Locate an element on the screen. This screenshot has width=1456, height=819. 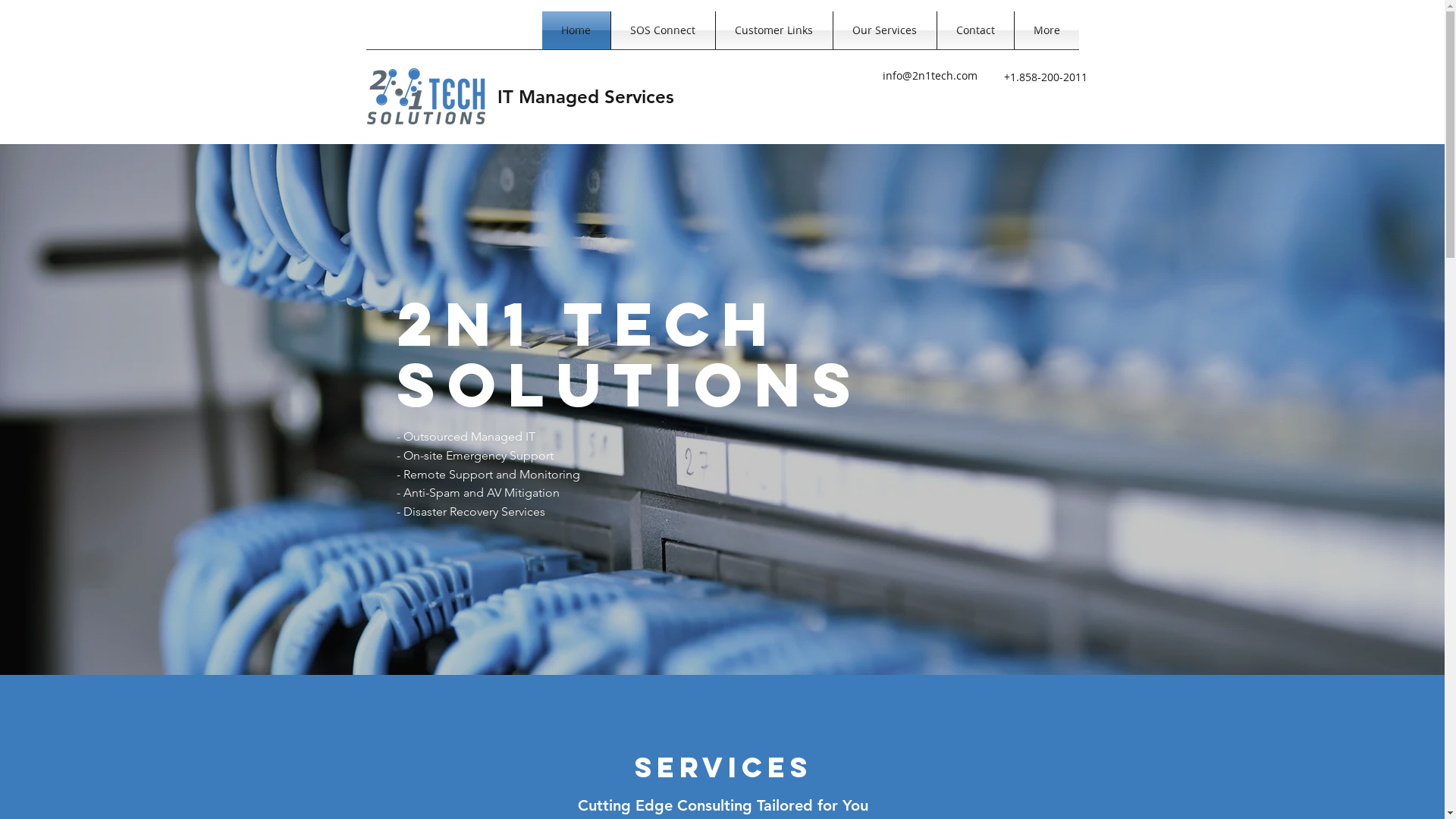
'info@2n1tech.com' is located at coordinates (929, 75).